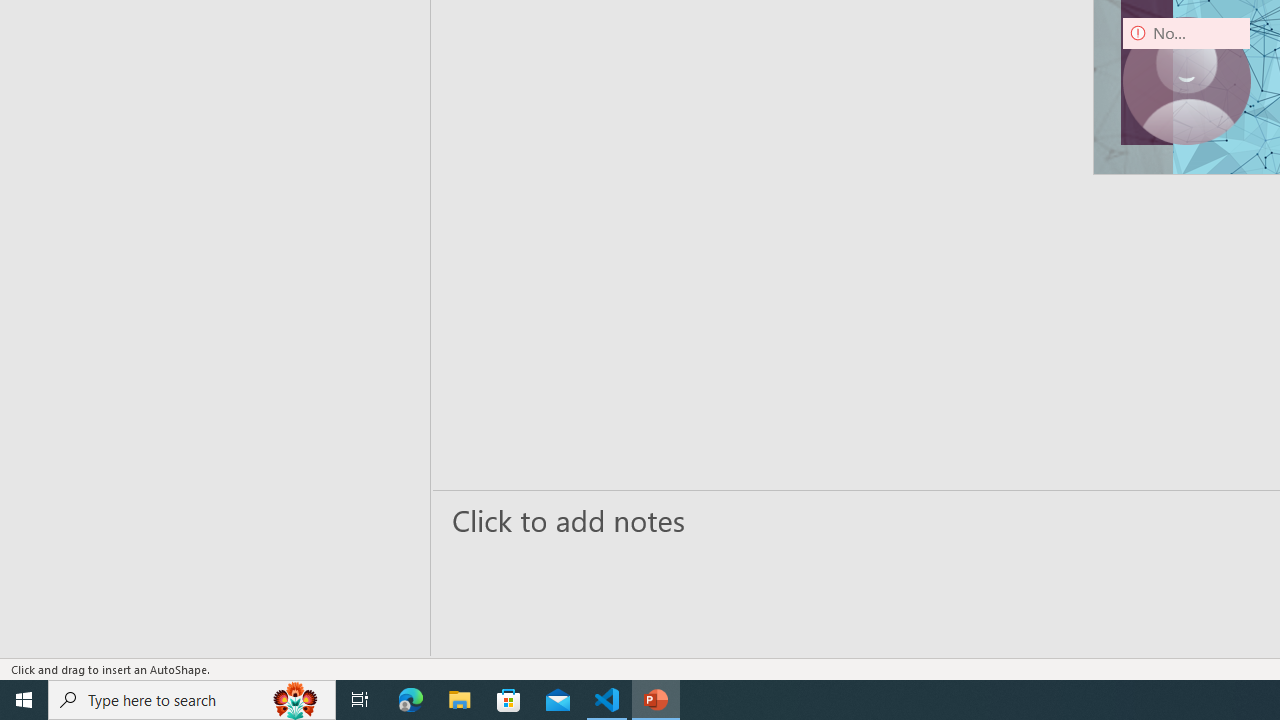 Image resolution: width=1280 pixels, height=720 pixels. What do you see at coordinates (1186, 80) in the screenshot?
I see `'Camera 9, No camera detected.'` at bounding box center [1186, 80].